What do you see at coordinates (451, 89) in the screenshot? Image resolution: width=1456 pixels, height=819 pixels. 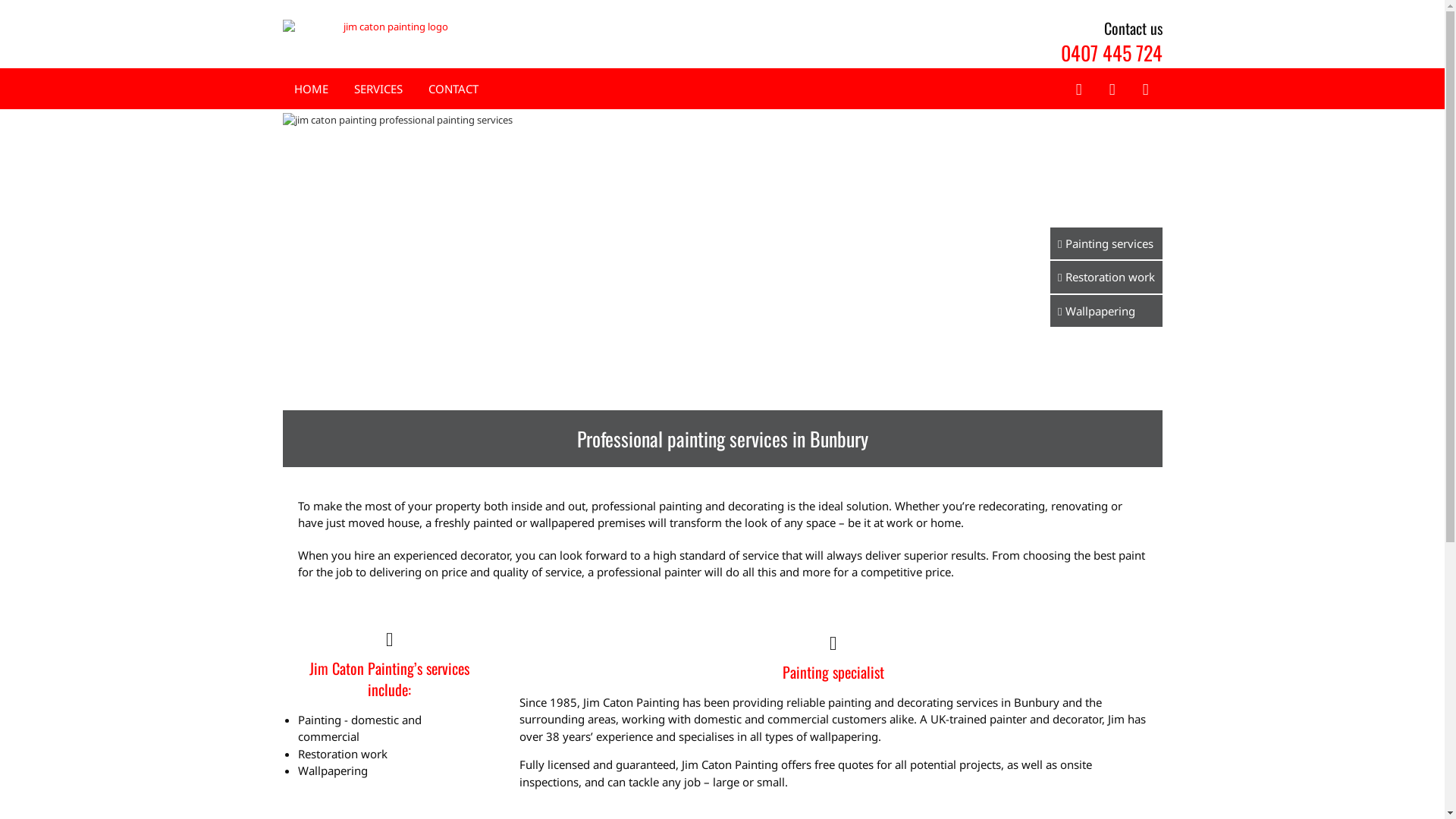 I see `'CONTACT'` at bounding box center [451, 89].